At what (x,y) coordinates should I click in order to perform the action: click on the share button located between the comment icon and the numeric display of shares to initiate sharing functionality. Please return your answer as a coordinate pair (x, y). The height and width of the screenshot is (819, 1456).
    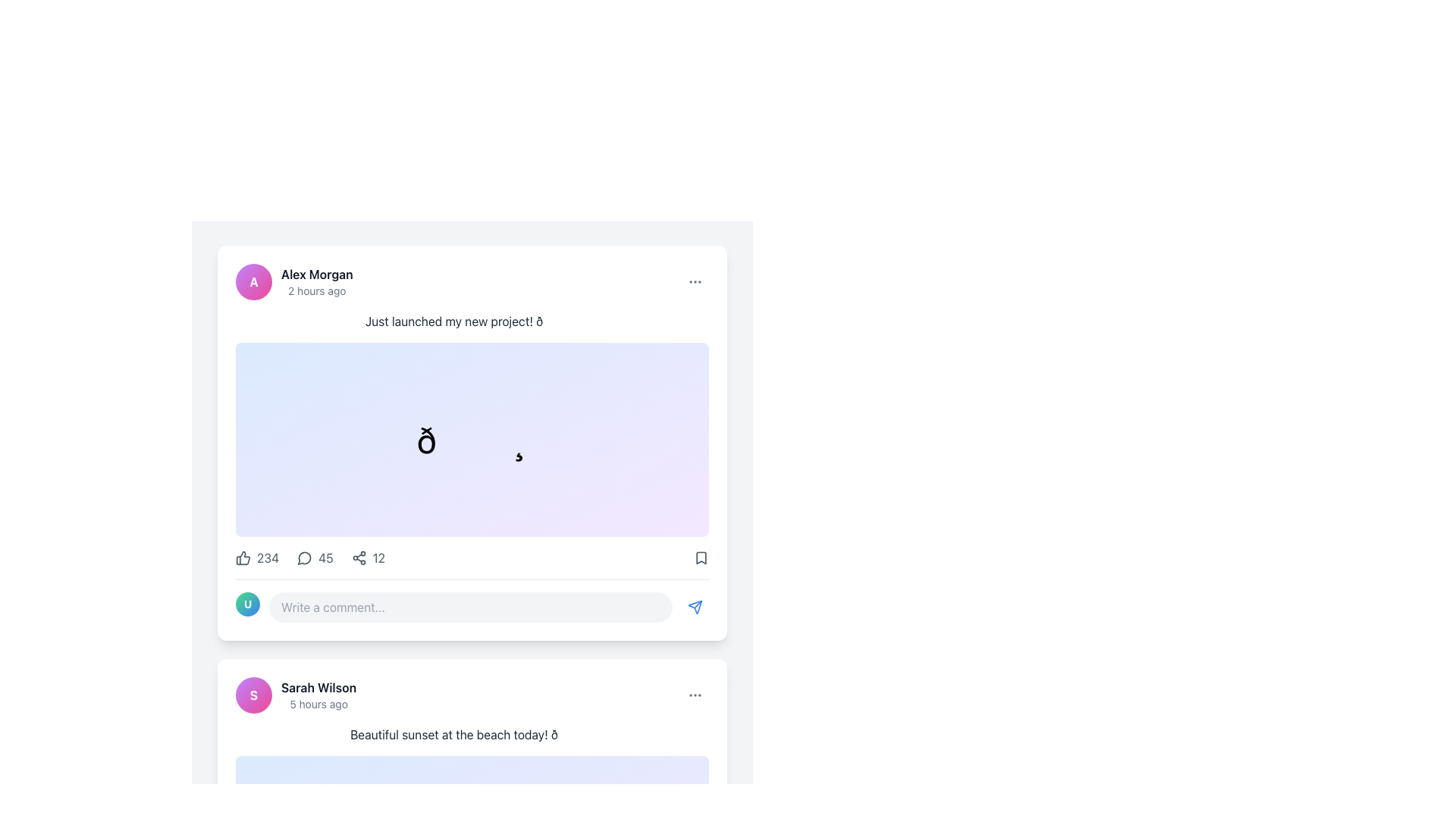
    Looking at the image, I should click on (358, 558).